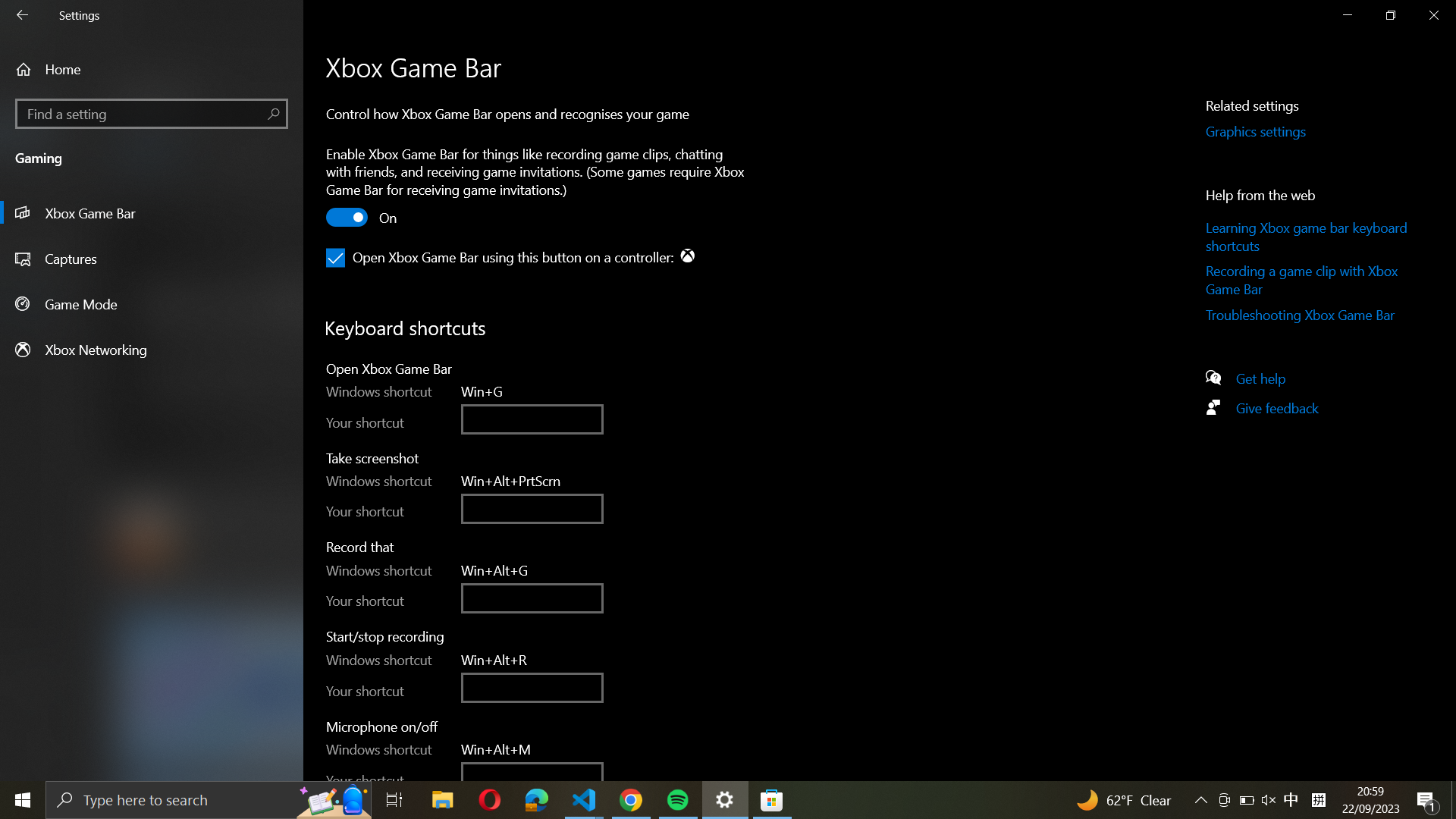  What do you see at coordinates (1273, 131) in the screenshot?
I see `the Graphics Settings by clicking on the button on the right panel` at bounding box center [1273, 131].